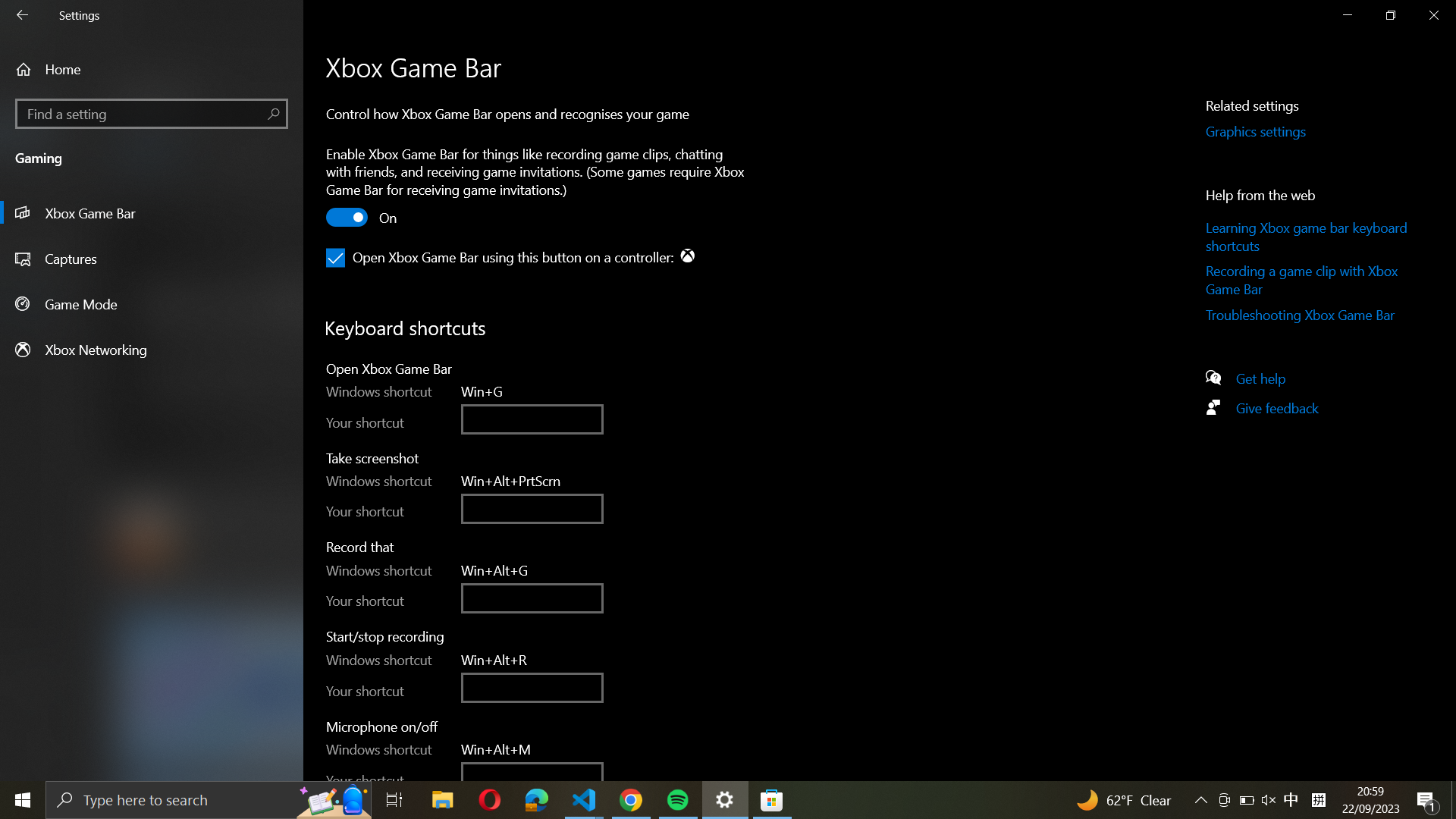  What do you see at coordinates (1273, 131) in the screenshot?
I see `the Graphics Settings by clicking on the button on the right panel` at bounding box center [1273, 131].